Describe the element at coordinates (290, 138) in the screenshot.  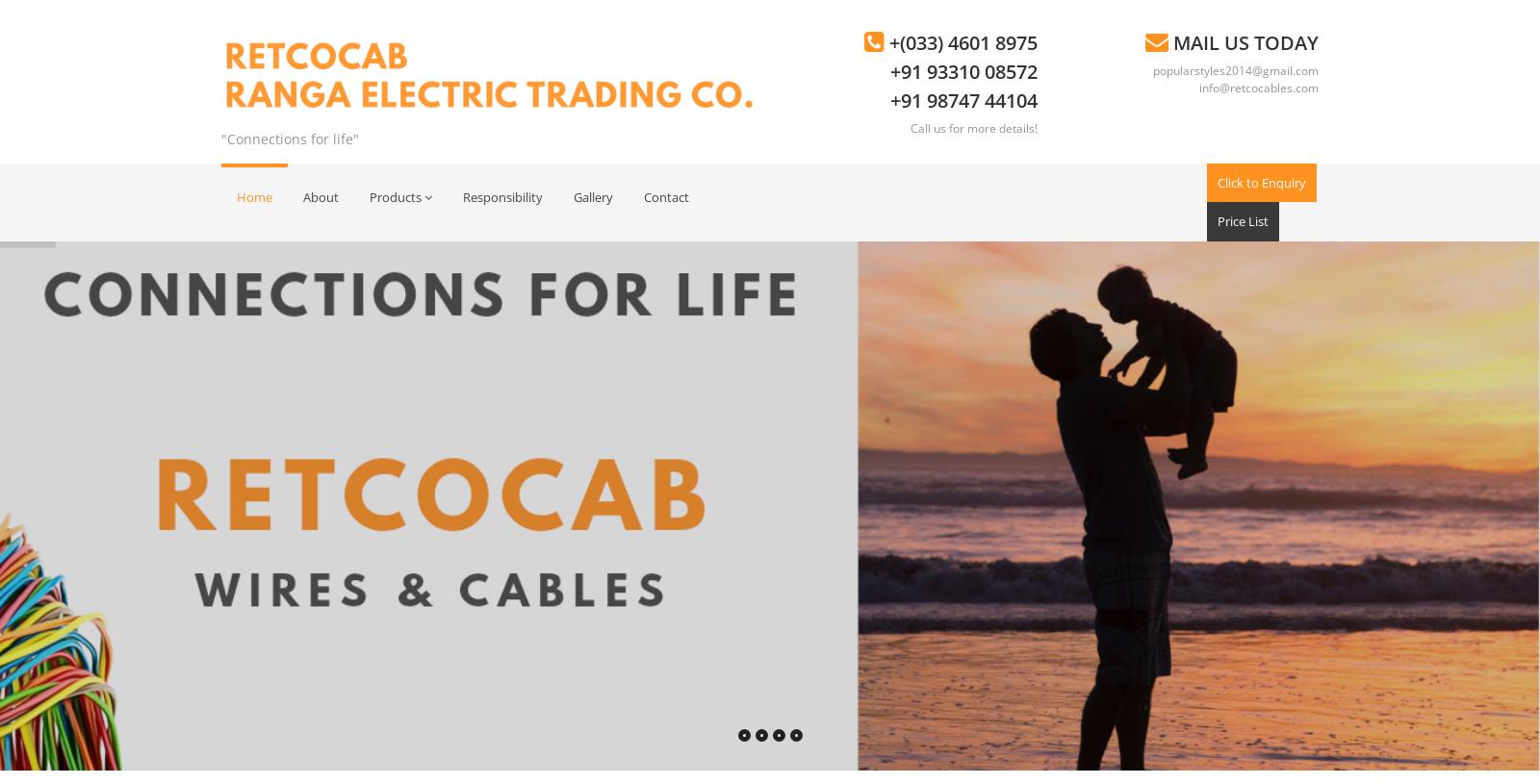
I see `'"Connections for life"'` at that location.